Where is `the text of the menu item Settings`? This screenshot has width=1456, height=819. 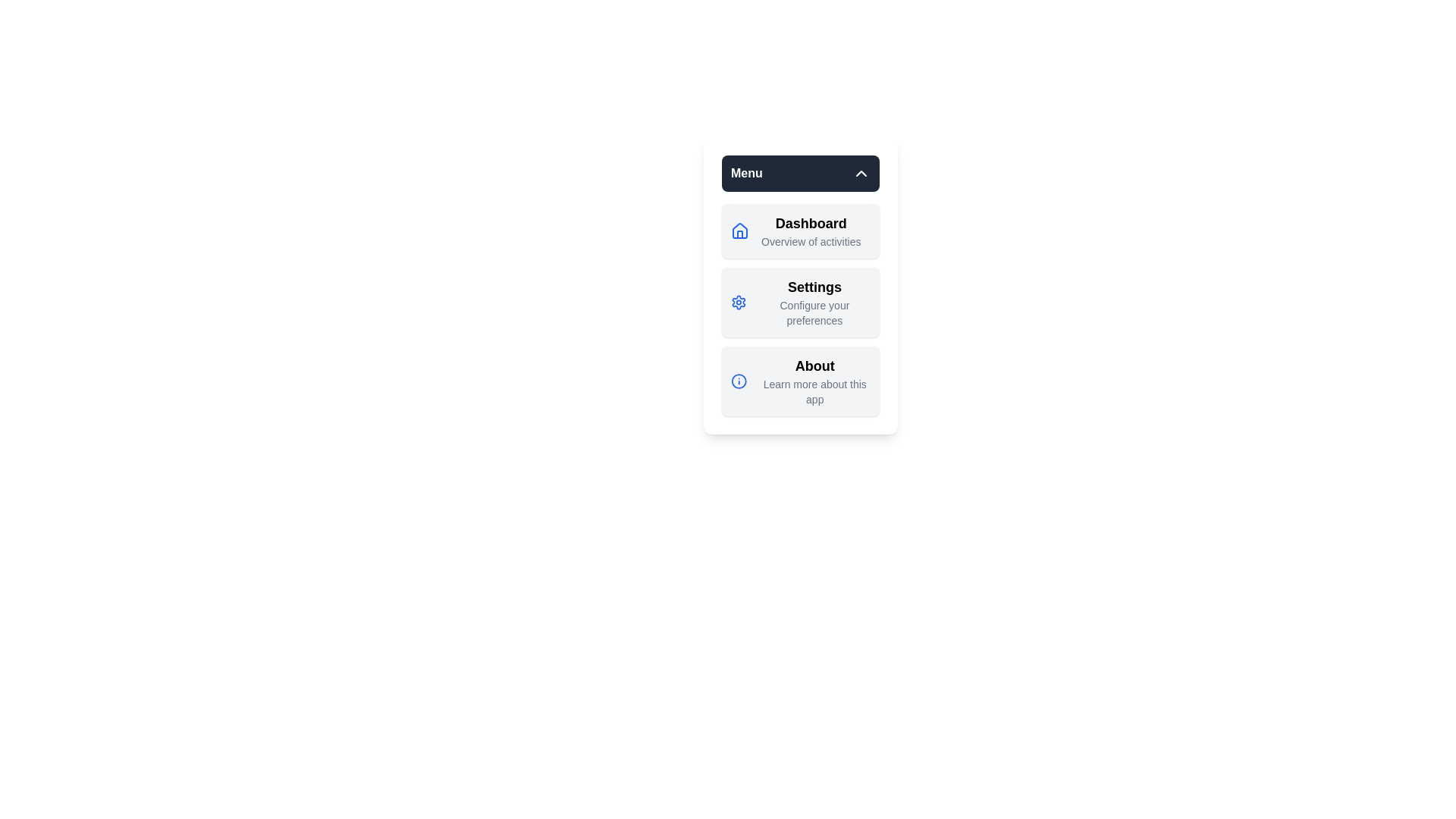 the text of the menu item Settings is located at coordinates (800, 302).